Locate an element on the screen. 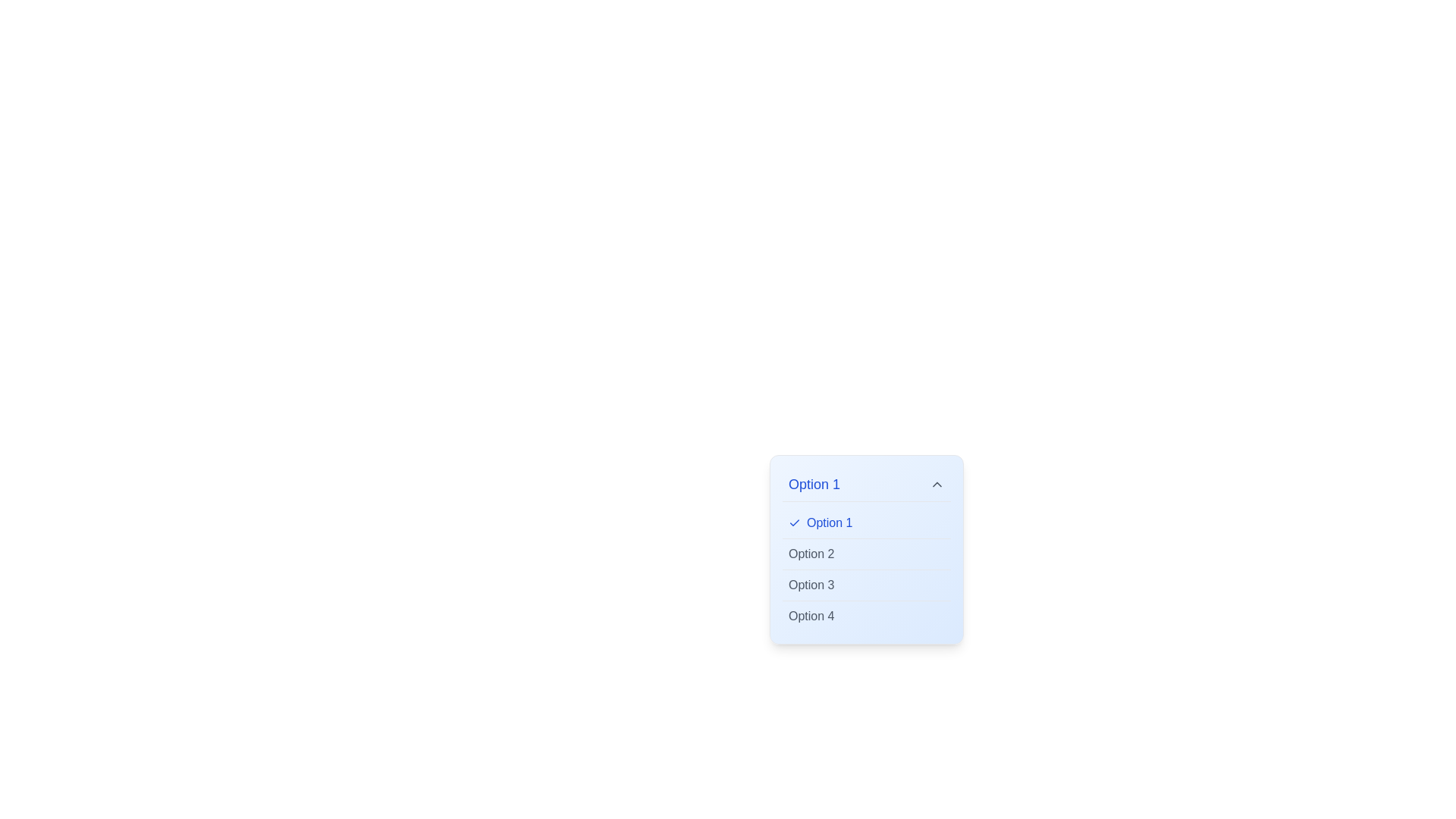  the selectable option 'Option 4' in the dropdown menu is located at coordinates (866, 616).